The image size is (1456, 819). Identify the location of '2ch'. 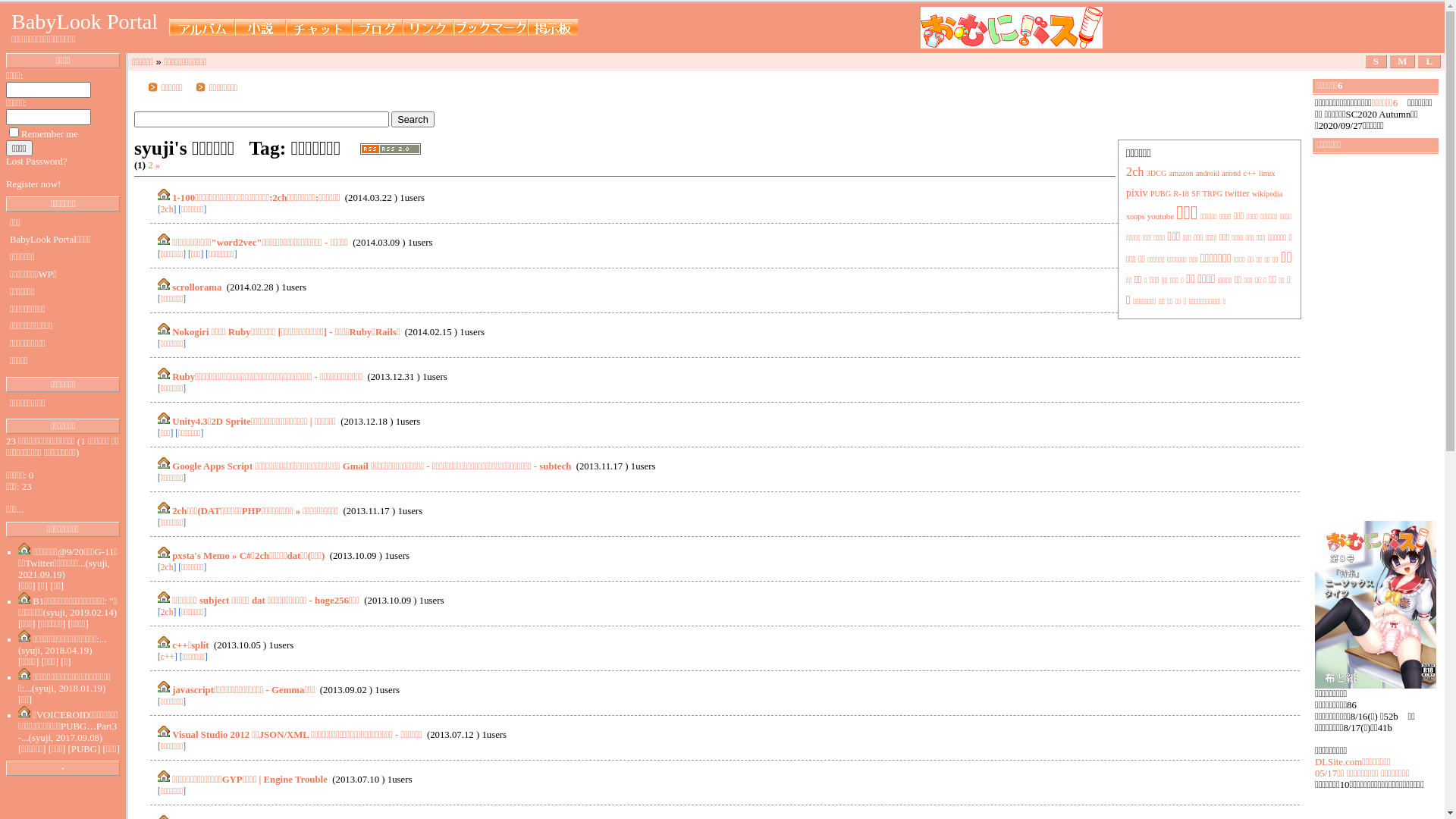
(1135, 171).